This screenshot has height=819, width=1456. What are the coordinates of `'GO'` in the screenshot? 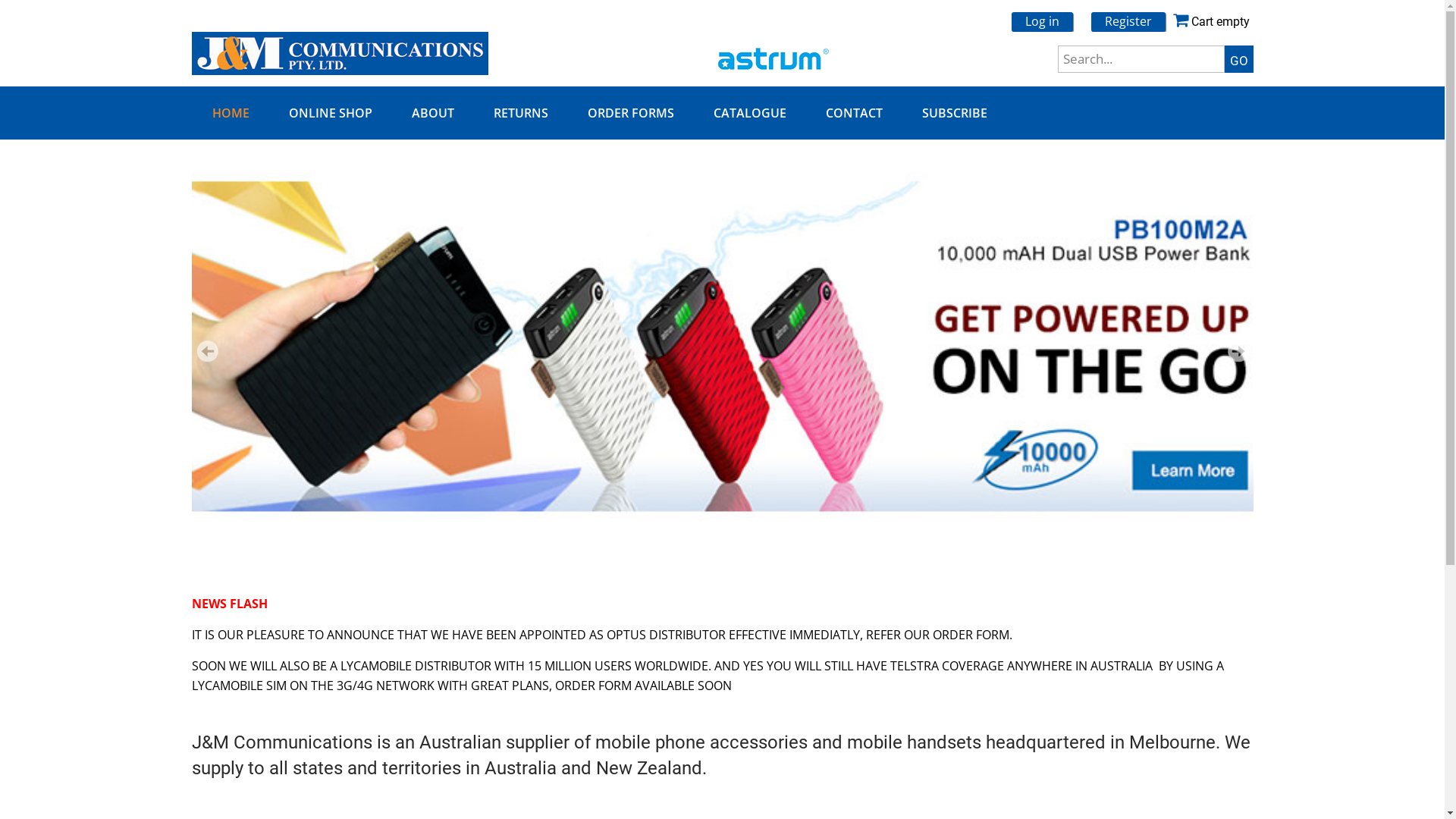 It's located at (1238, 58).